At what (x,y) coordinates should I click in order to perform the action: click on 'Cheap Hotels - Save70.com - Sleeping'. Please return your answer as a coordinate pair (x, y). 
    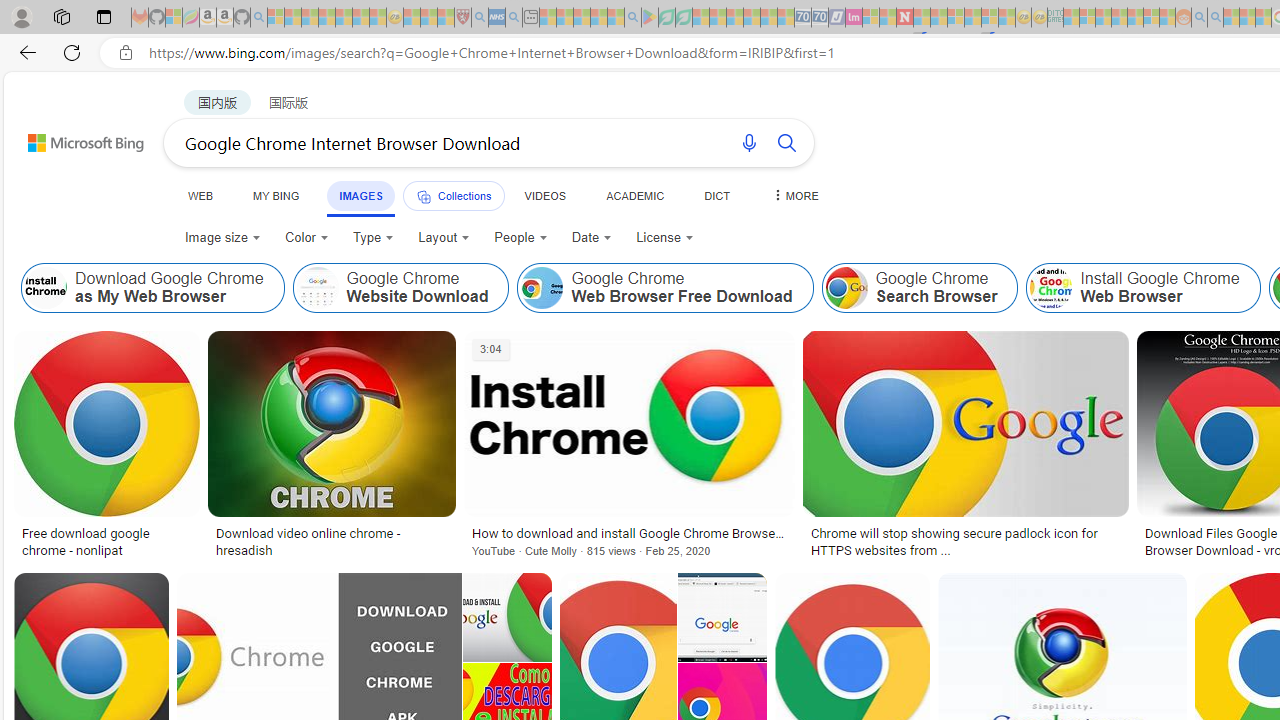
    Looking at the image, I should click on (819, 17).